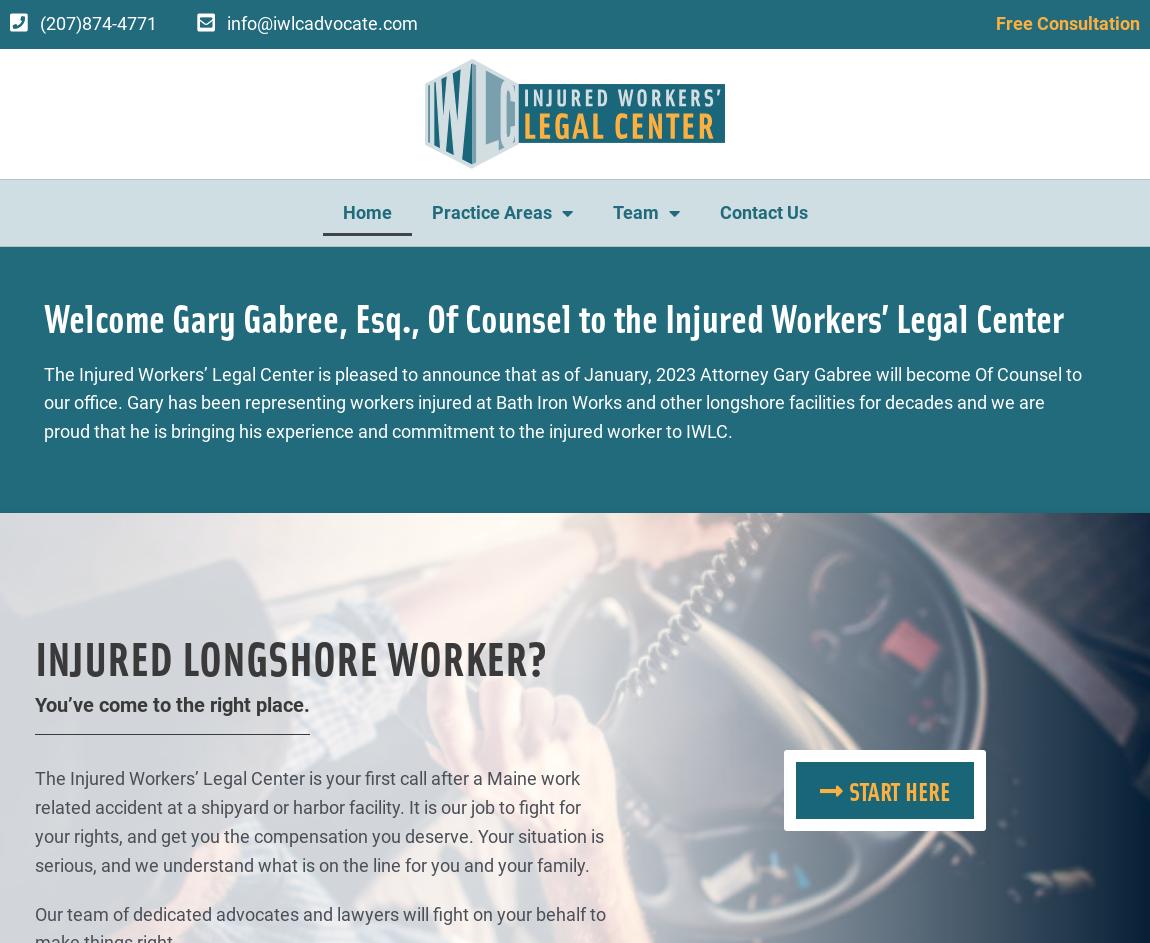  Describe the element at coordinates (97, 23) in the screenshot. I see `'(207)874-4771'` at that location.